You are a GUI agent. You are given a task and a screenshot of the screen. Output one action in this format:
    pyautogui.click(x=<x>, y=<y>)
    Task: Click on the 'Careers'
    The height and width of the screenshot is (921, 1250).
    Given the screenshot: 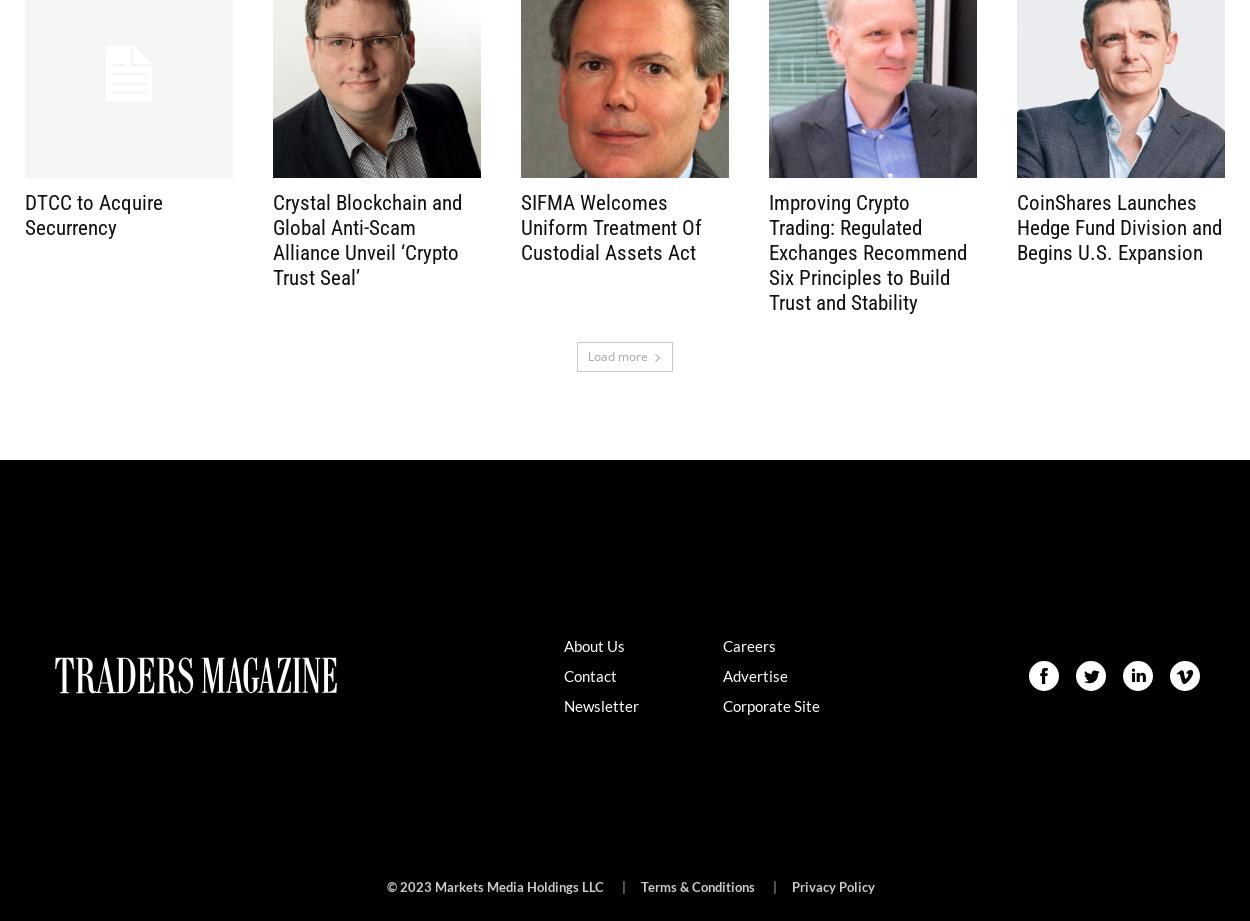 What is the action you would take?
    pyautogui.click(x=747, y=644)
    